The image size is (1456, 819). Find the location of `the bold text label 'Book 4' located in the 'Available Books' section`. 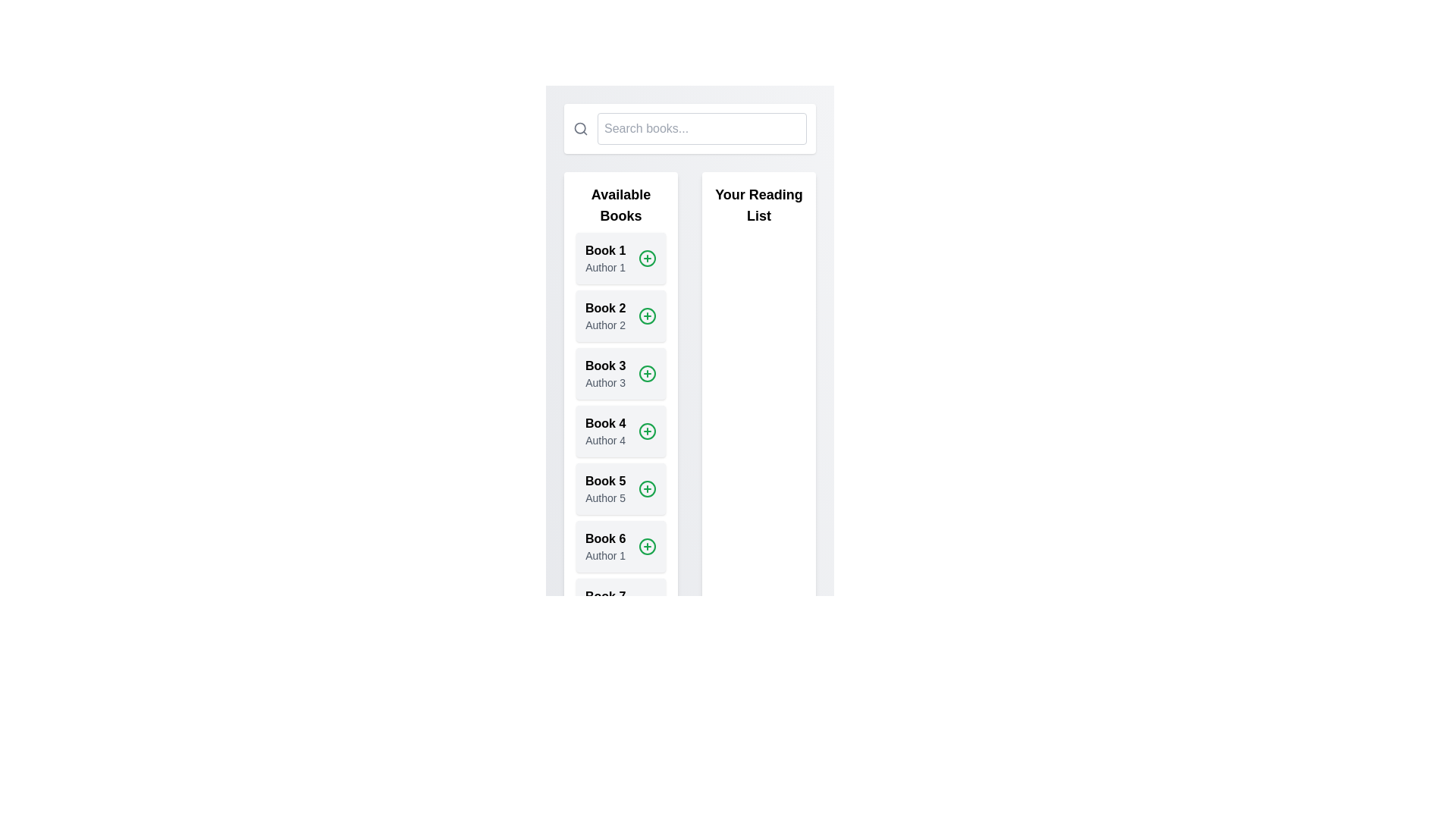

the bold text label 'Book 4' located in the 'Available Books' section is located at coordinates (604, 424).